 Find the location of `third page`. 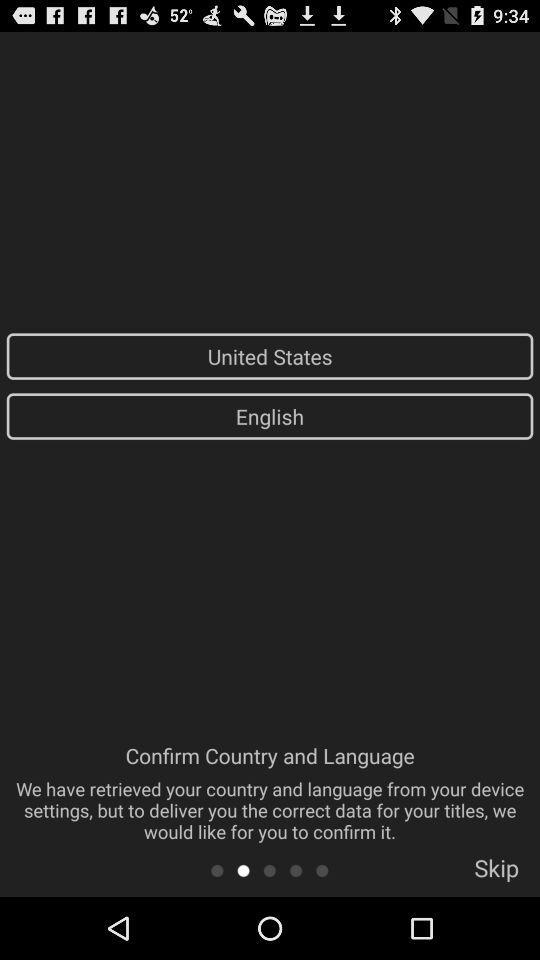

third page is located at coordinates (269, 869).